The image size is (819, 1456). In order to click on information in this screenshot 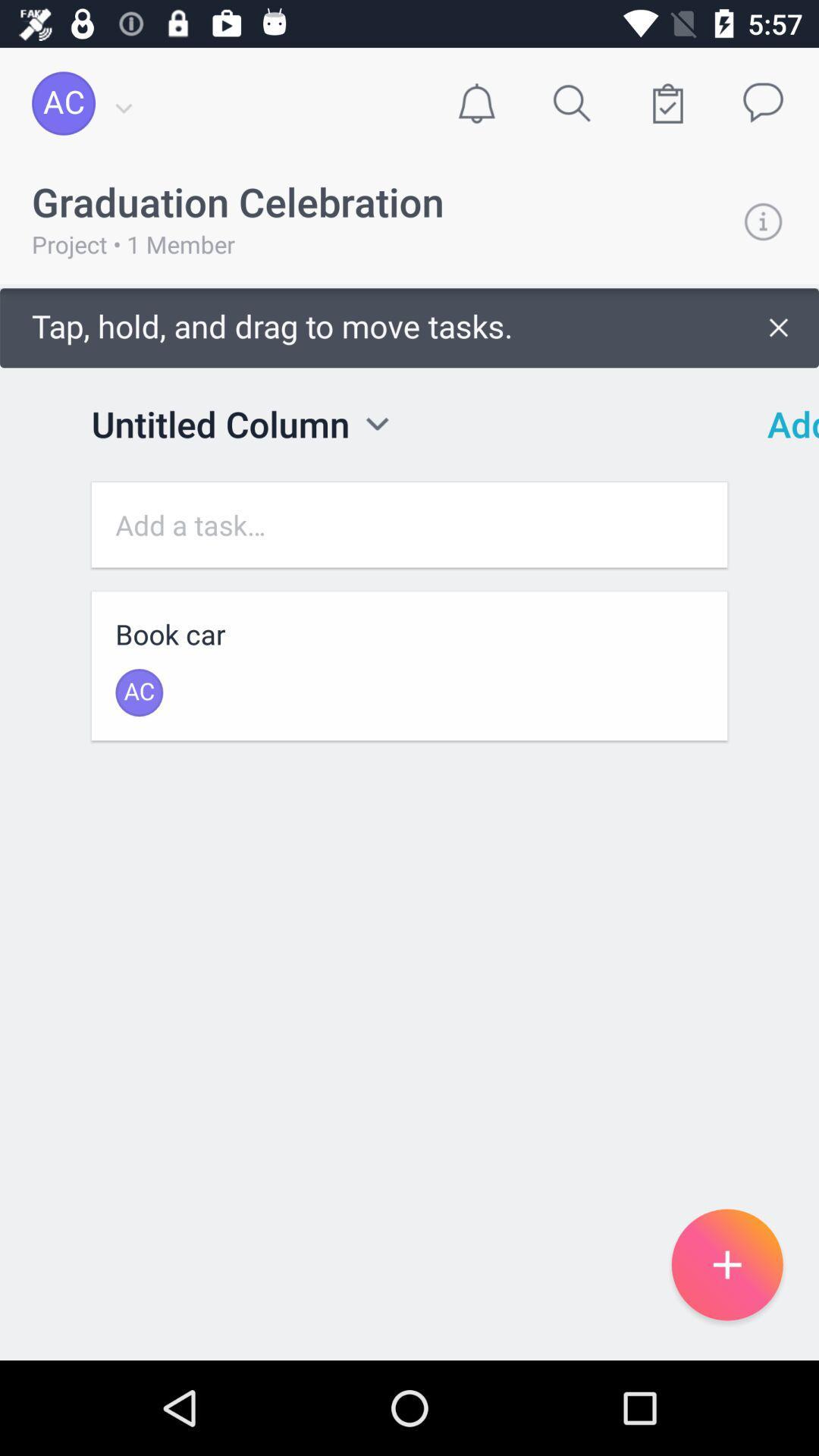, I will do `click(763, 221)`.